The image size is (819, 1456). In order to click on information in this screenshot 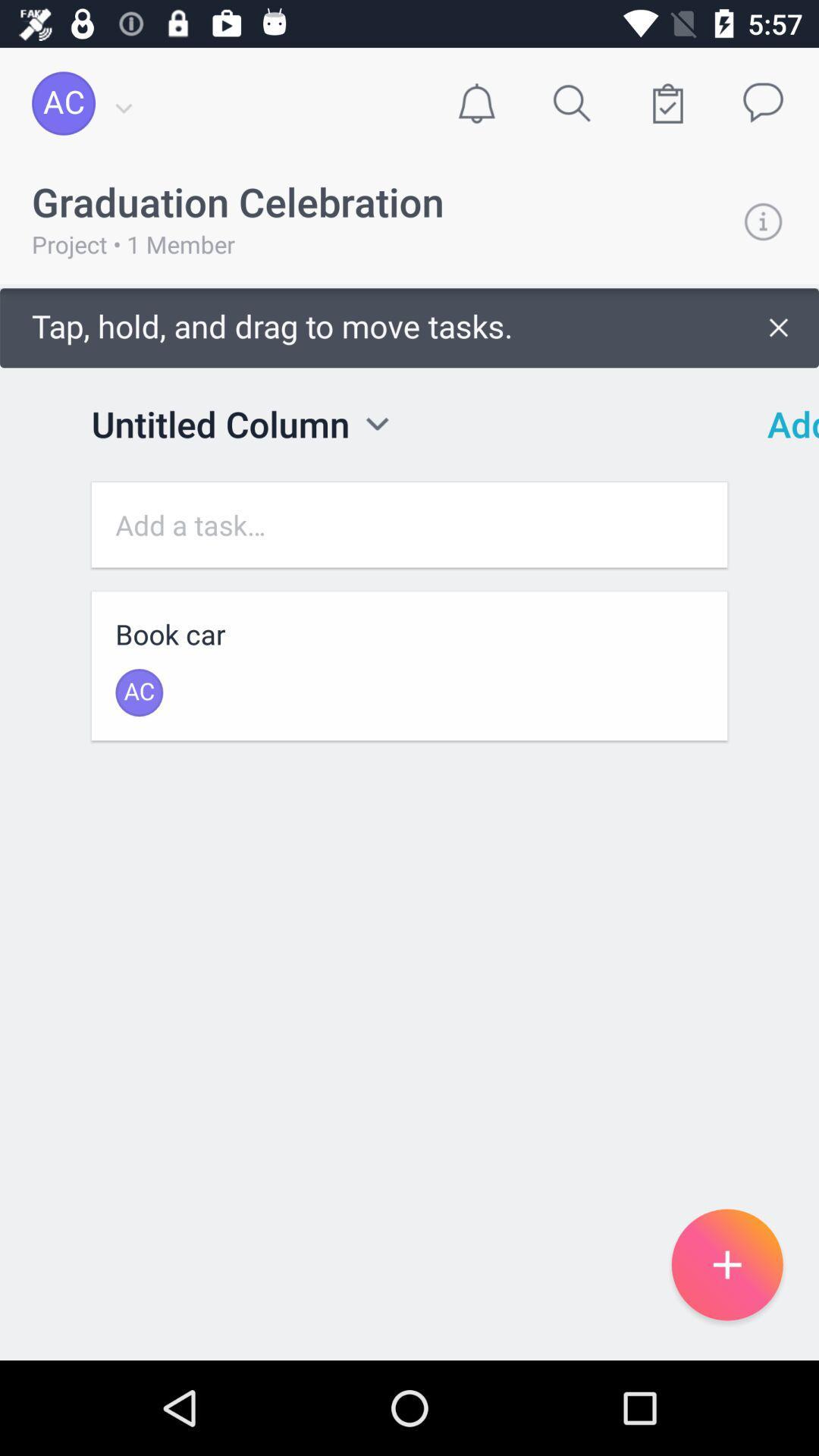, I will do `click(763, 221)`.